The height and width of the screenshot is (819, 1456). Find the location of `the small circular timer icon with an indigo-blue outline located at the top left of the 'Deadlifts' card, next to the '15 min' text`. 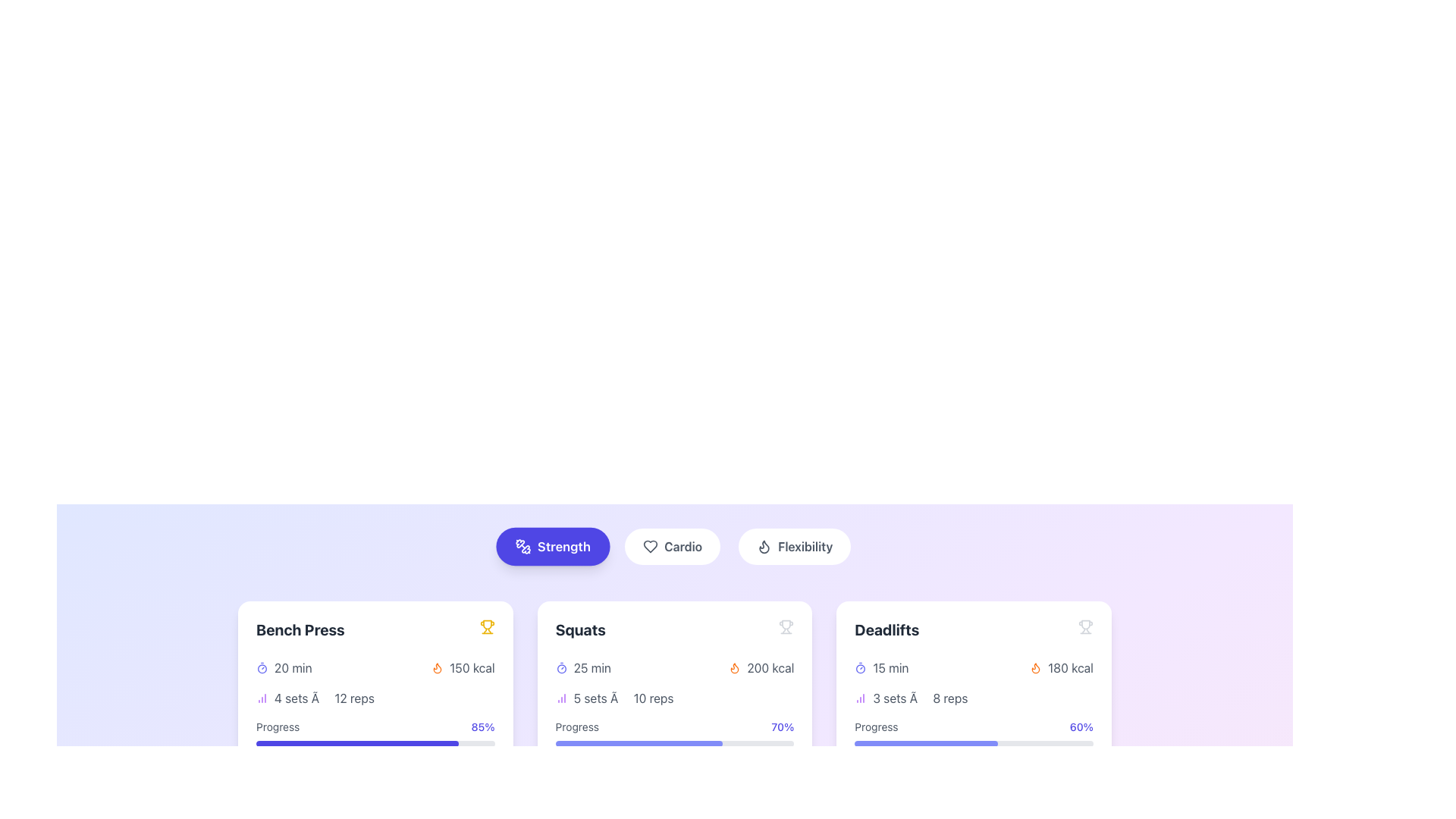

the small circular timer icon with an indigo-blue outline located at the top left of the 'Deadlifts' card, next to the '15 min' text is located at coordinates (861, 667).